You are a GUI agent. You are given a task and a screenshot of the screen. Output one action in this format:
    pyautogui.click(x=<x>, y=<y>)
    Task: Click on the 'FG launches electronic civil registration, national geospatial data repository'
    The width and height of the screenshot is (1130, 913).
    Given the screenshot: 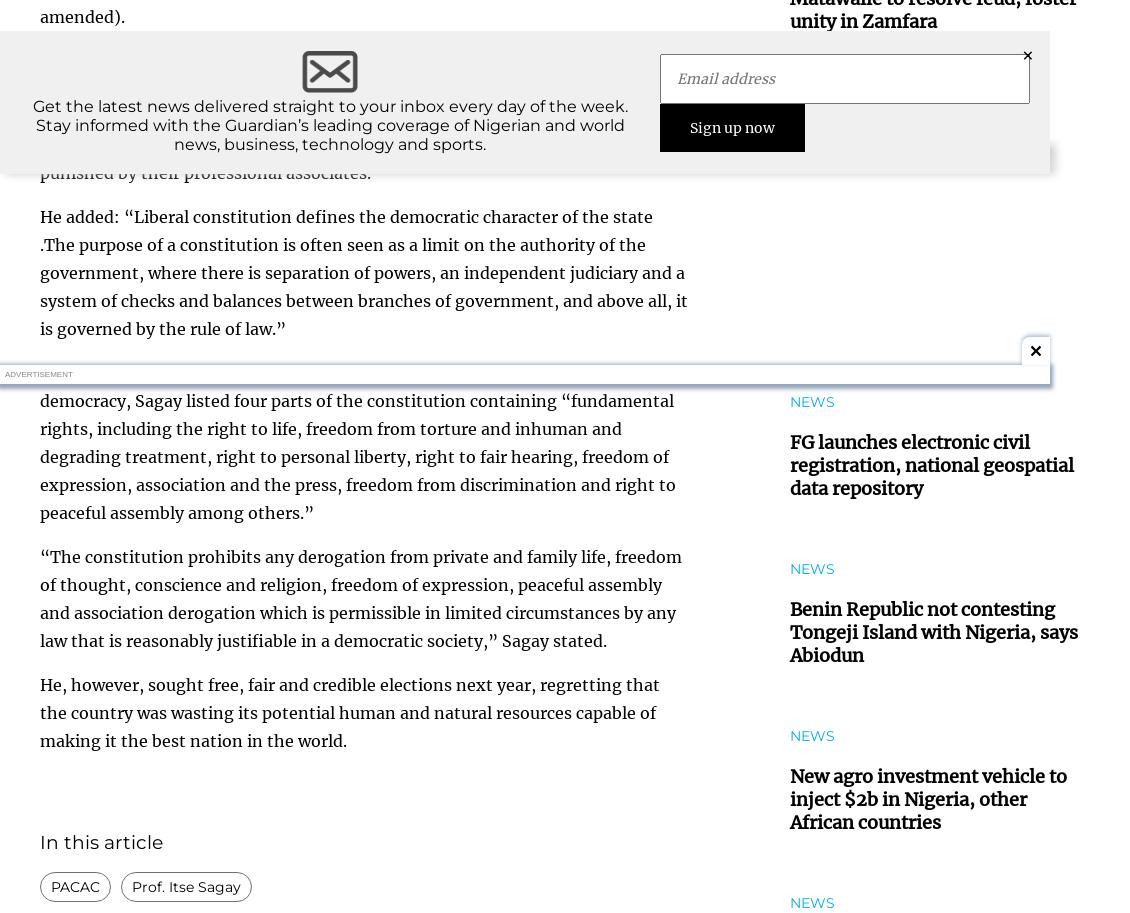 What is the action you would take?
    pyautogui.click(x=931, y=463)
    